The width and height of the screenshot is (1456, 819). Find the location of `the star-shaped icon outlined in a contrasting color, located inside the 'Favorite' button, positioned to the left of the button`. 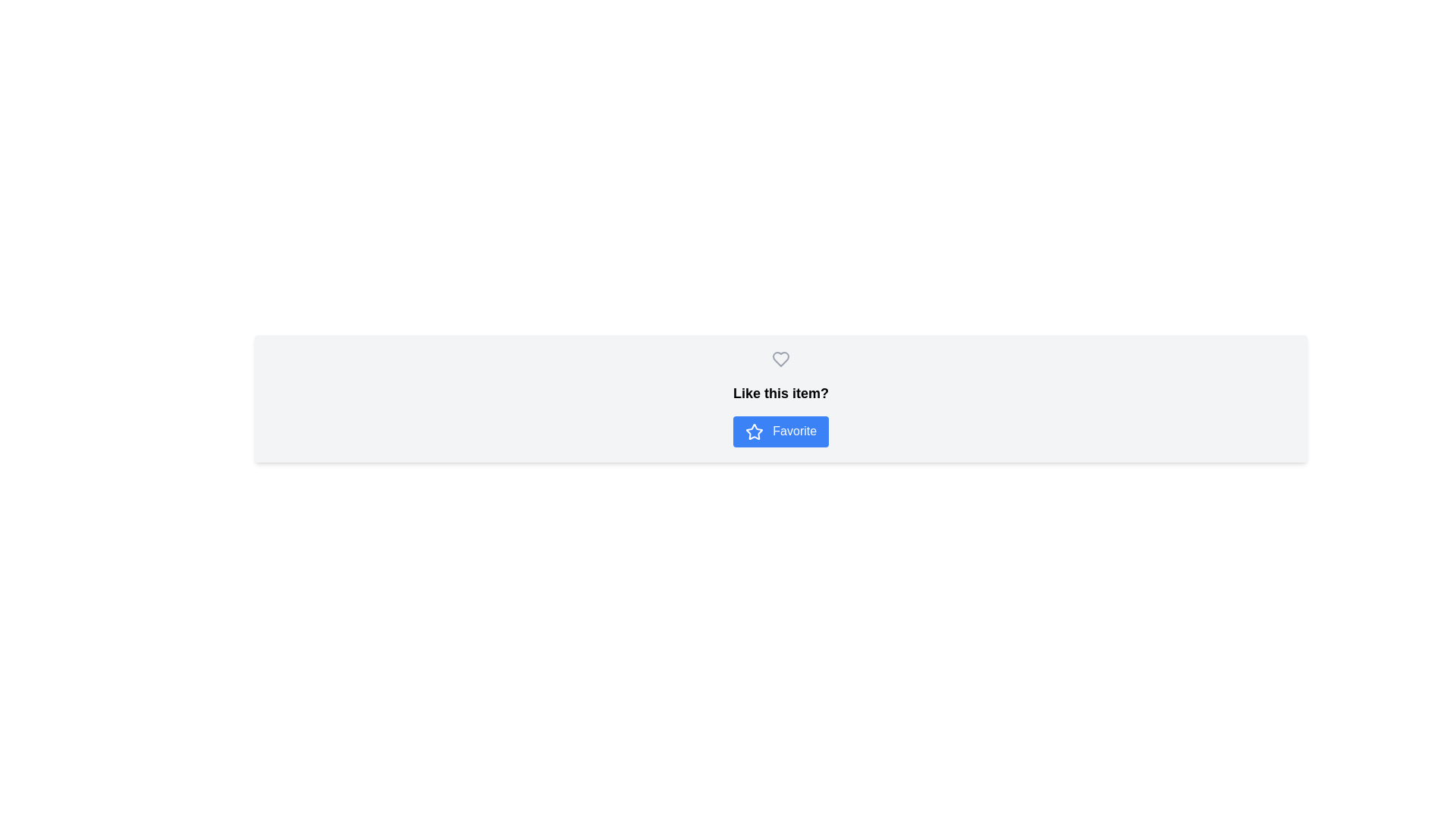

the star-shaped icon outlined in a contrasting color, located inside the 'Favorite' button, positioned to the left of the button is located at coordinates (754, 431).